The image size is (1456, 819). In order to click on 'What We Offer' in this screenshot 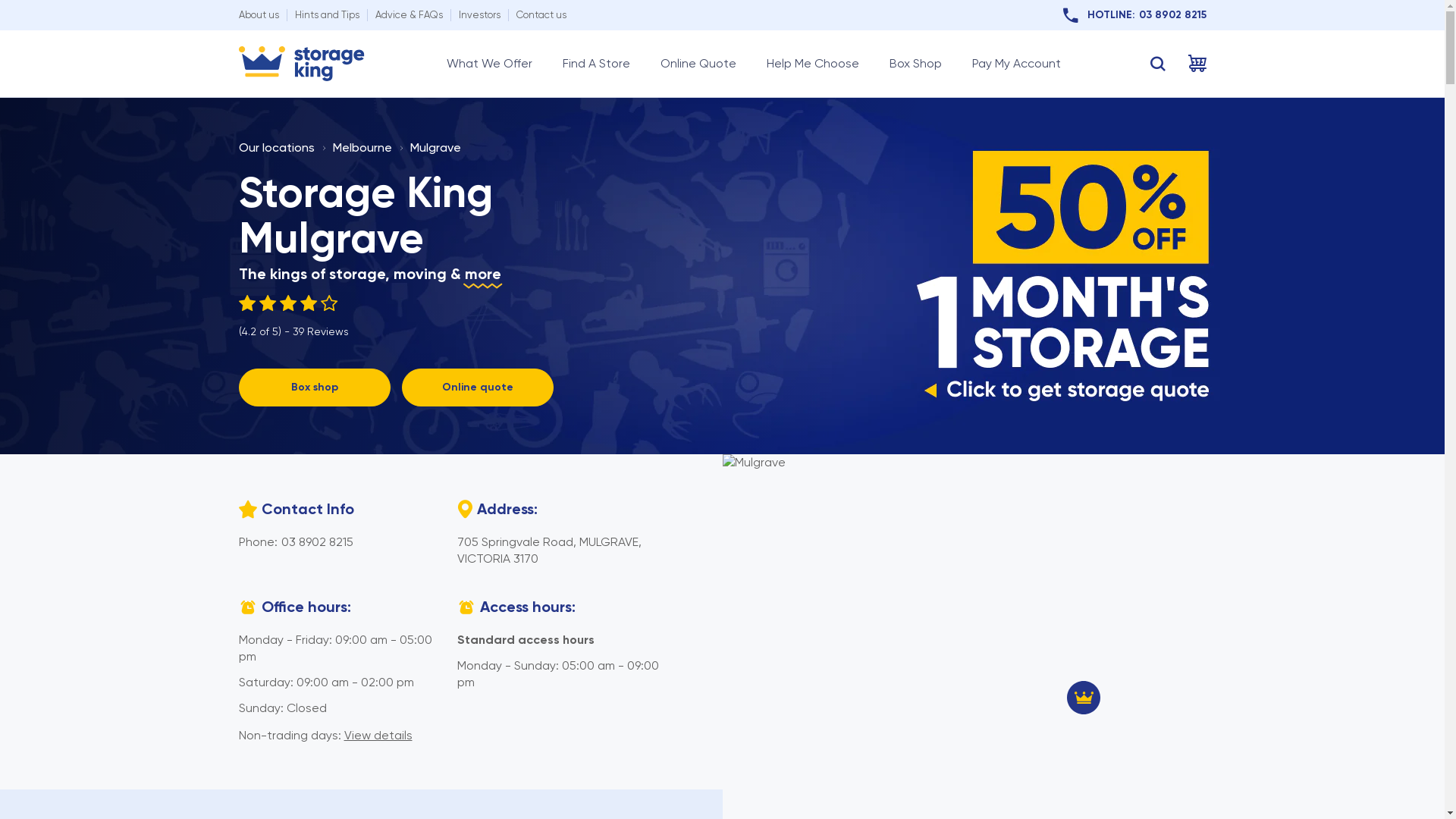, I will do `click(488, 63)`.